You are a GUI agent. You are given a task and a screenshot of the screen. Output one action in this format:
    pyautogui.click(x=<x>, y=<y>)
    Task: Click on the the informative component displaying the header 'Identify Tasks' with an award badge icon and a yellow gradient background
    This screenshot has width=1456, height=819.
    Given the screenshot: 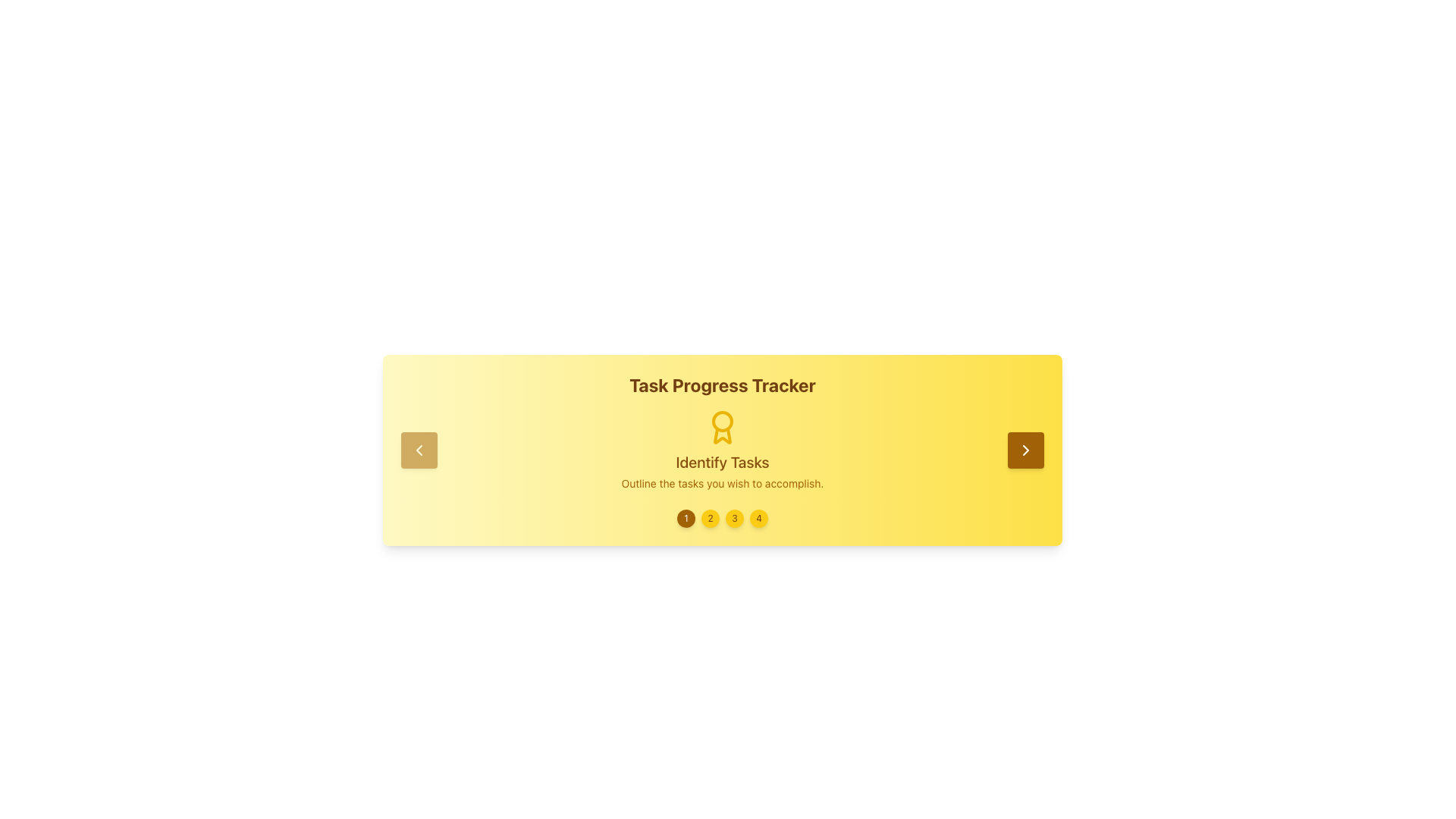 What is the action you would take?
    pyautogui.click(x=722, y=450)
    